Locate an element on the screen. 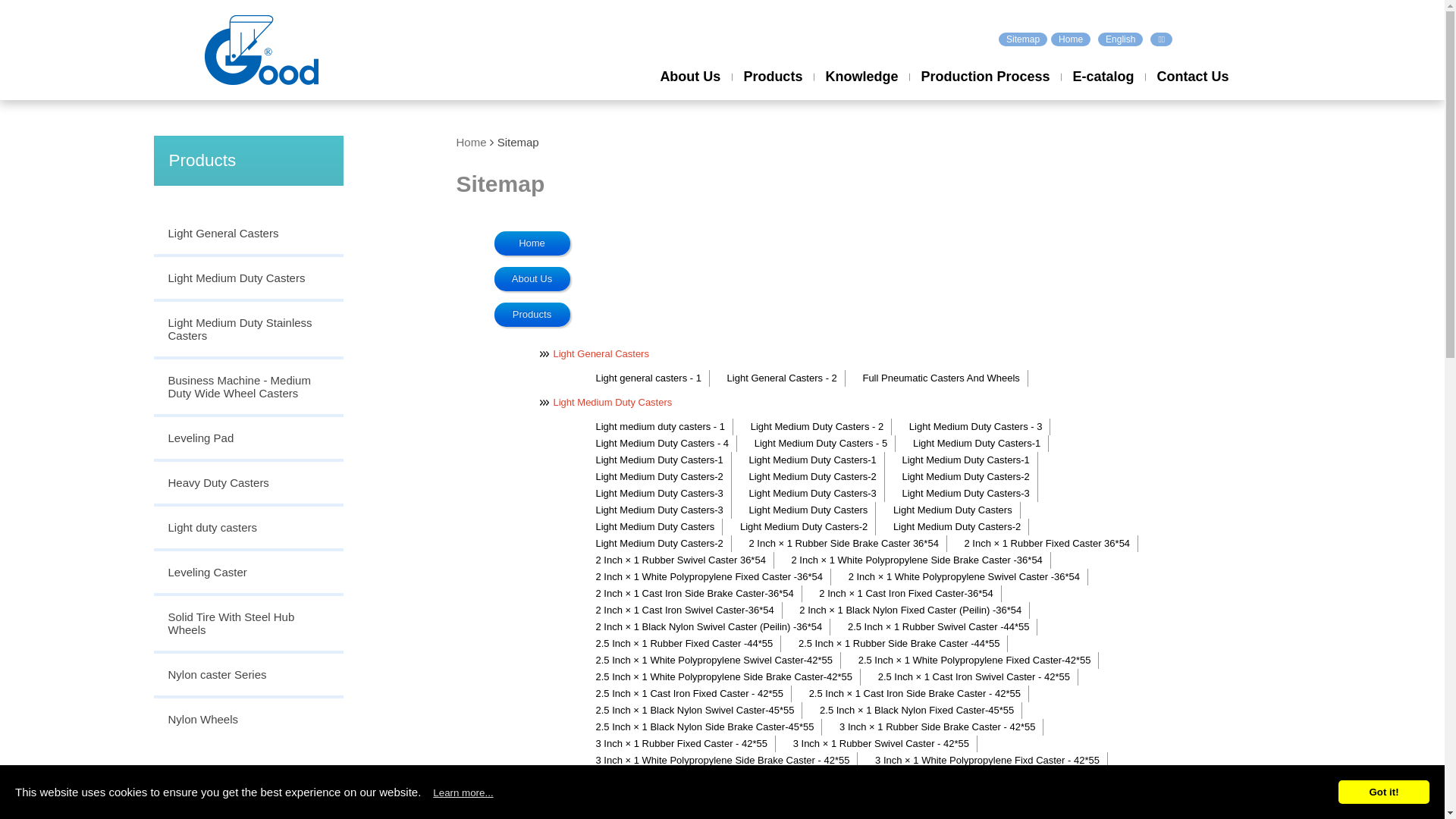 The height and width of the screenshot is (819, 1456). 'Light General Casters' is located at coordinates (247, 234).